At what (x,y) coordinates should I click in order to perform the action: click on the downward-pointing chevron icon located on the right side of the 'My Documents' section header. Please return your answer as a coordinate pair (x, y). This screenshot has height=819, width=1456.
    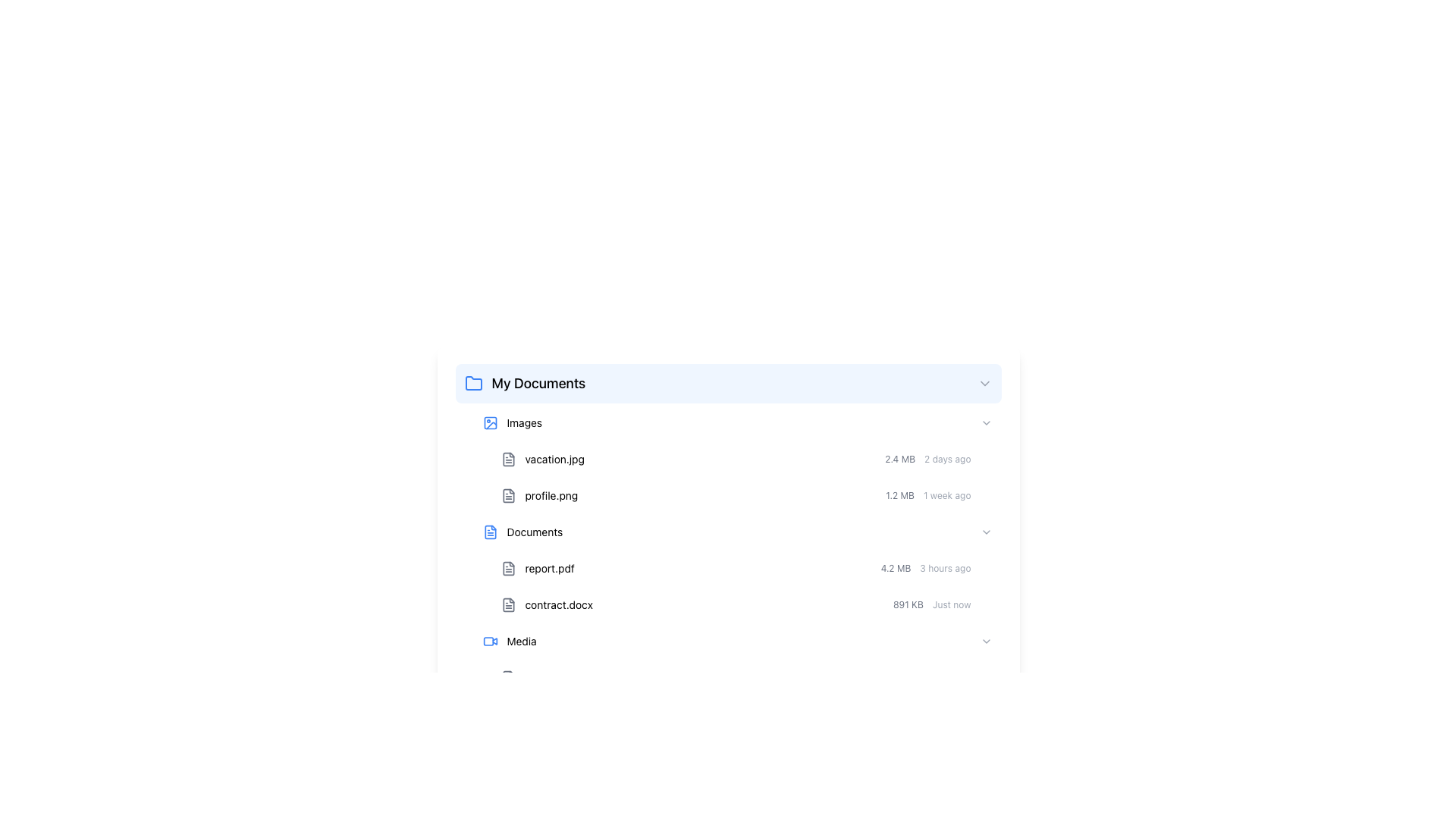
    Looking at the image, I should click on (984, 382).